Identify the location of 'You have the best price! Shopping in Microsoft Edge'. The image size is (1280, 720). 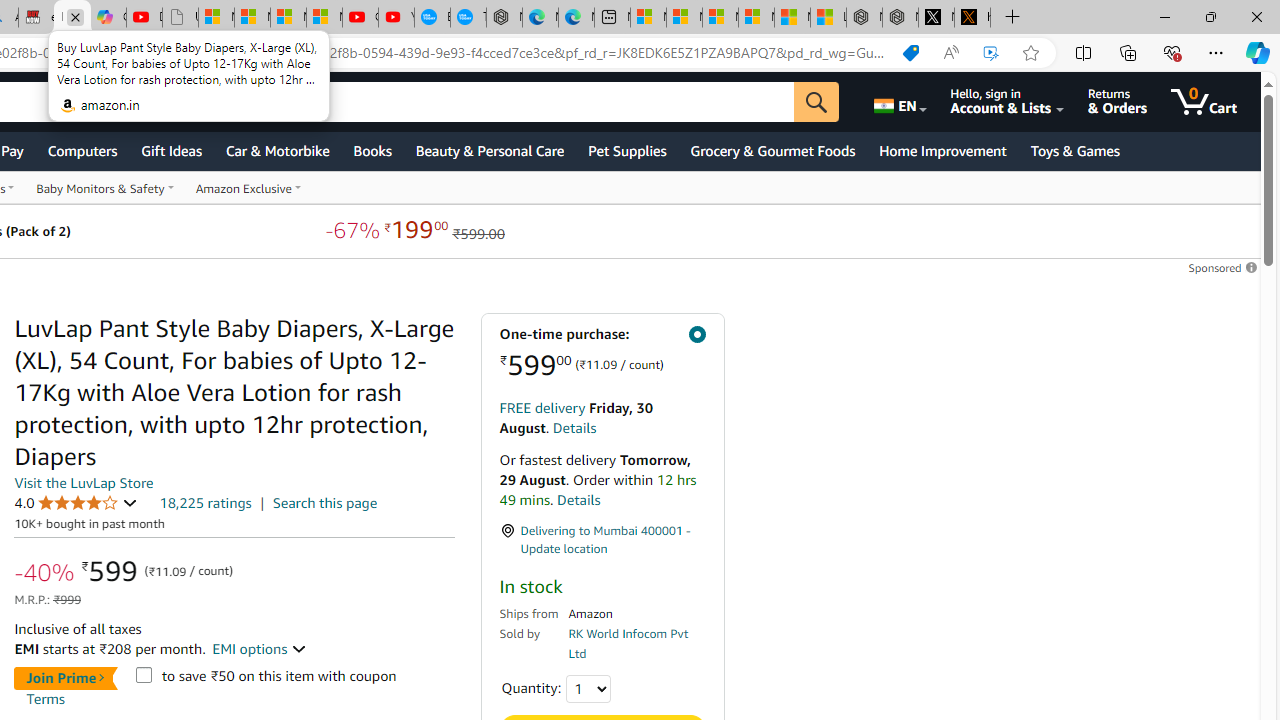
(909, 52).